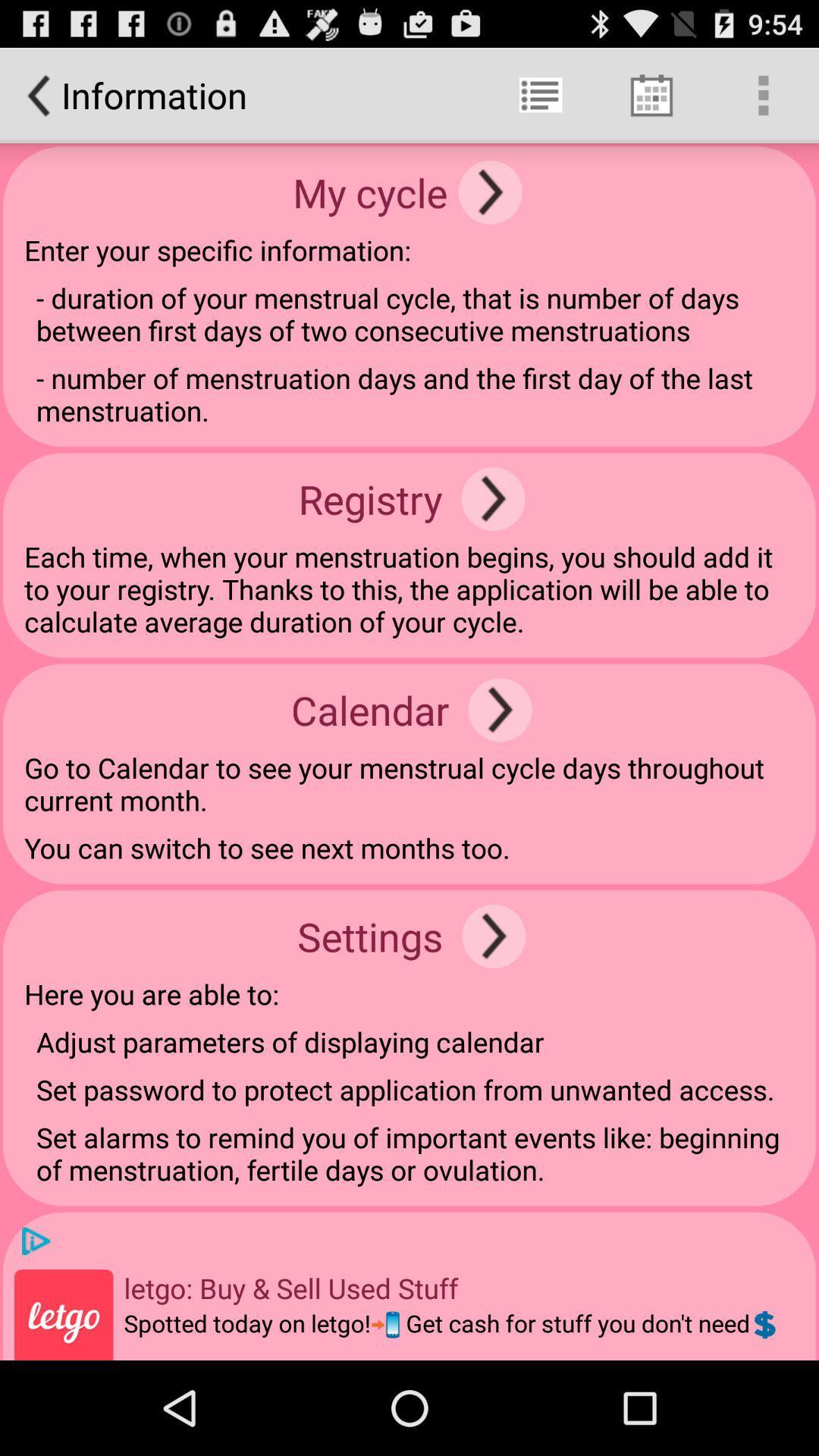 This screenshot has width=819, height=1456. Describe the element at coordinates (493, 534) in the screenshot. I see `the arrow_forward icon` at that location.